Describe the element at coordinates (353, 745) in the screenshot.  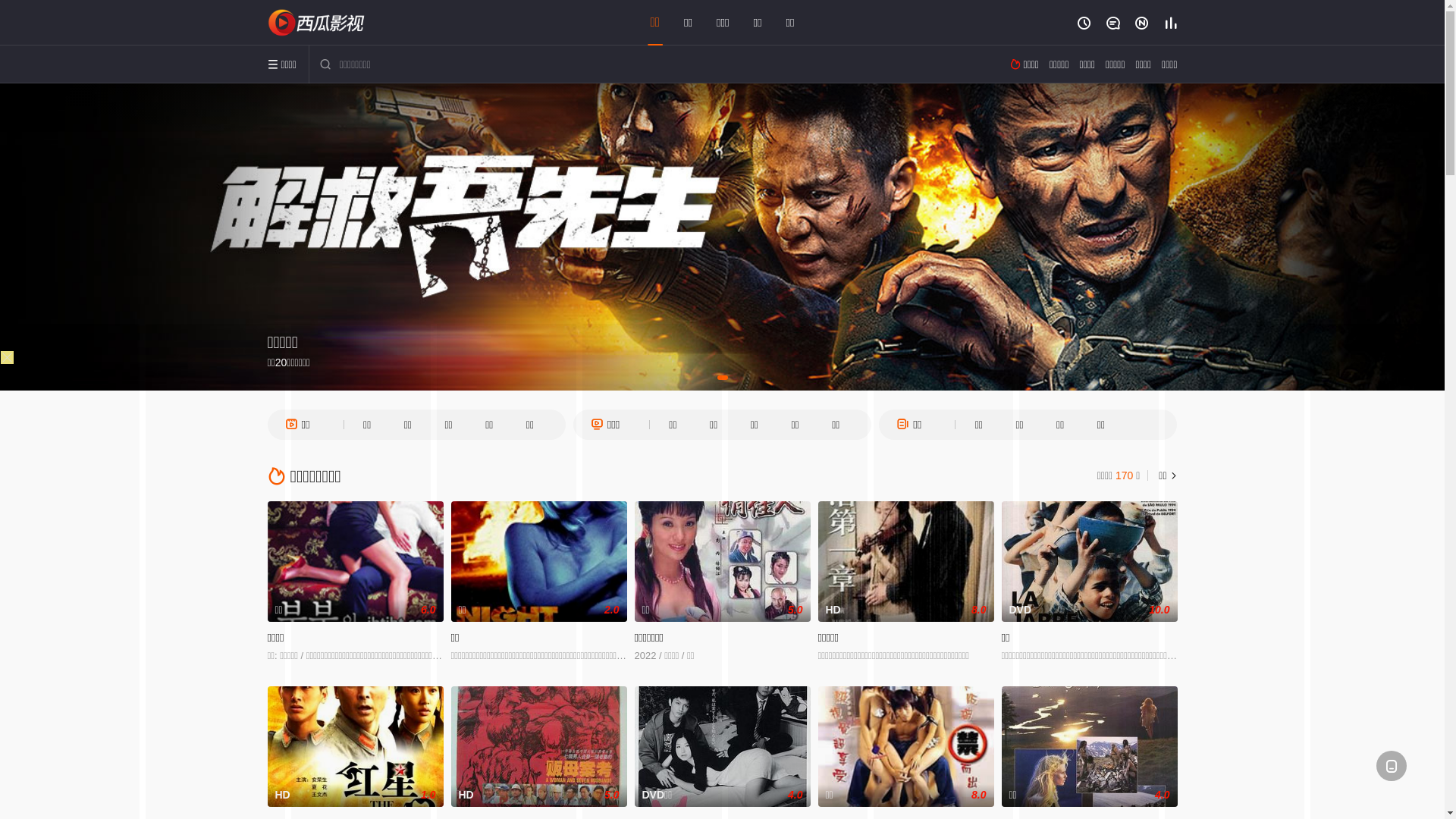
I see `'HD` at that location.